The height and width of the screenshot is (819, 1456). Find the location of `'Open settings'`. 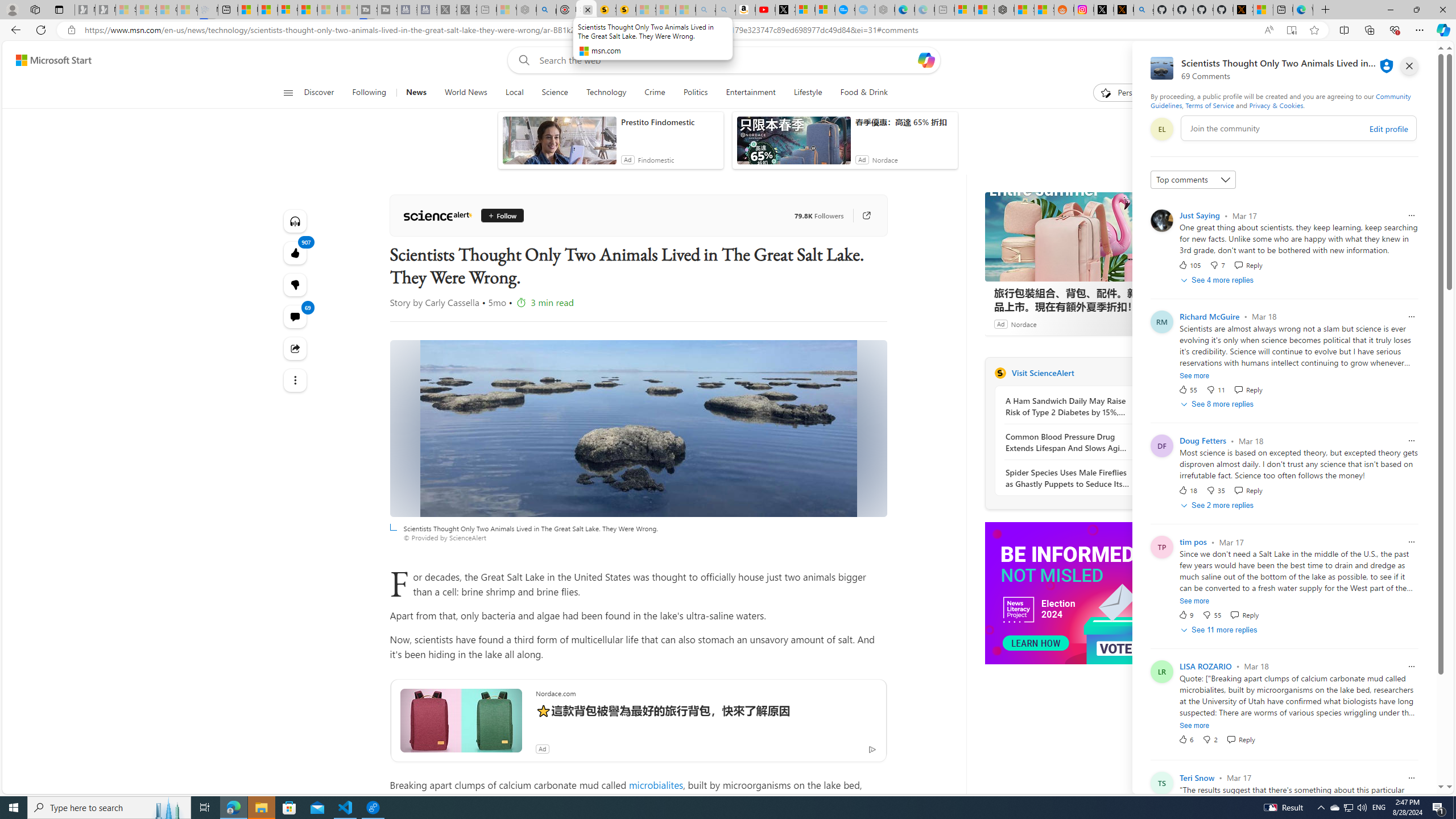

'Open settings' is located at coordinates (1420, 60).